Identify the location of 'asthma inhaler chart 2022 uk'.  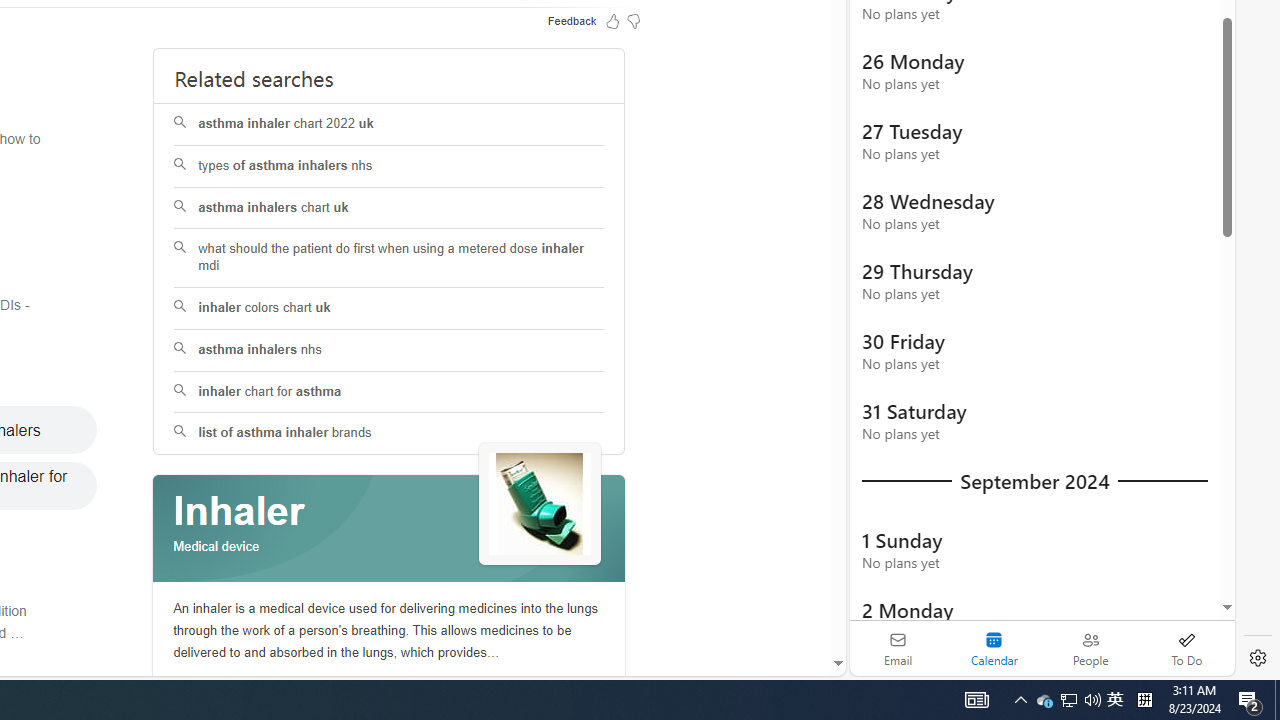
(389, 124).